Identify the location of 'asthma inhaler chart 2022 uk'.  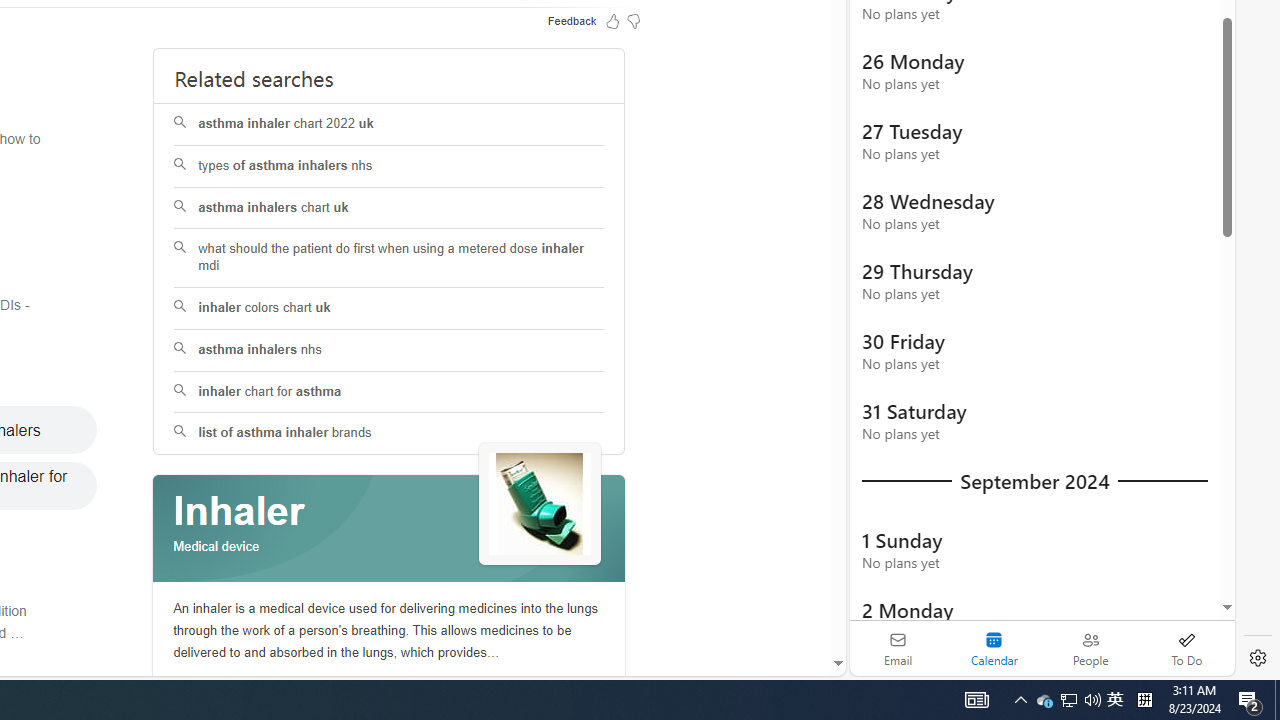
(389, 124).